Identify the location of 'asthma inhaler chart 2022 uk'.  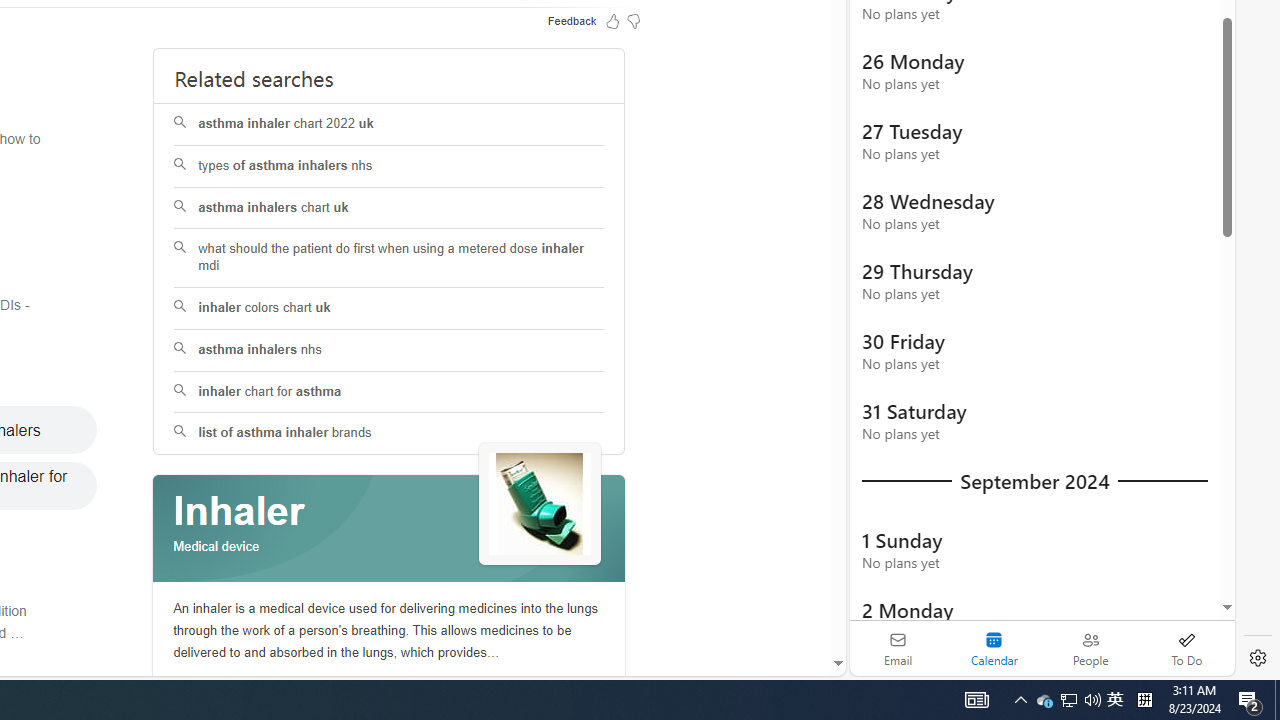
(389, 124).